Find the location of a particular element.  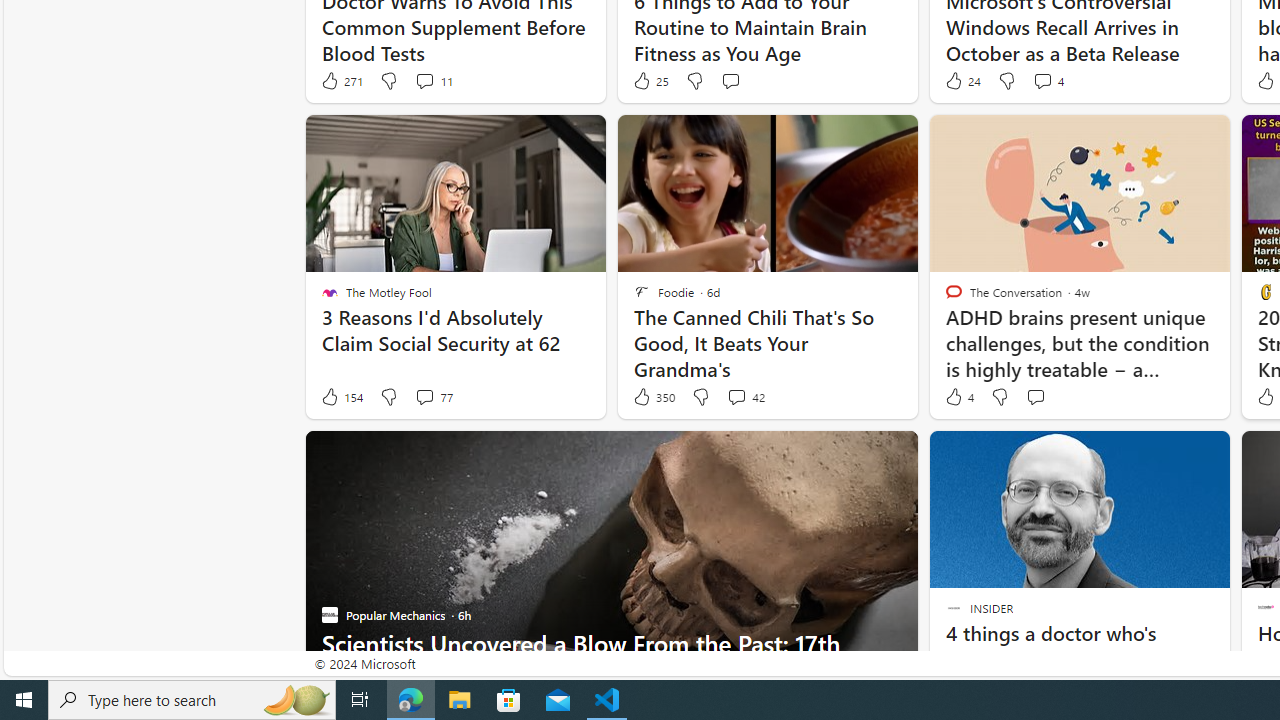

'4 Like' is located at coordinates (957, 397).